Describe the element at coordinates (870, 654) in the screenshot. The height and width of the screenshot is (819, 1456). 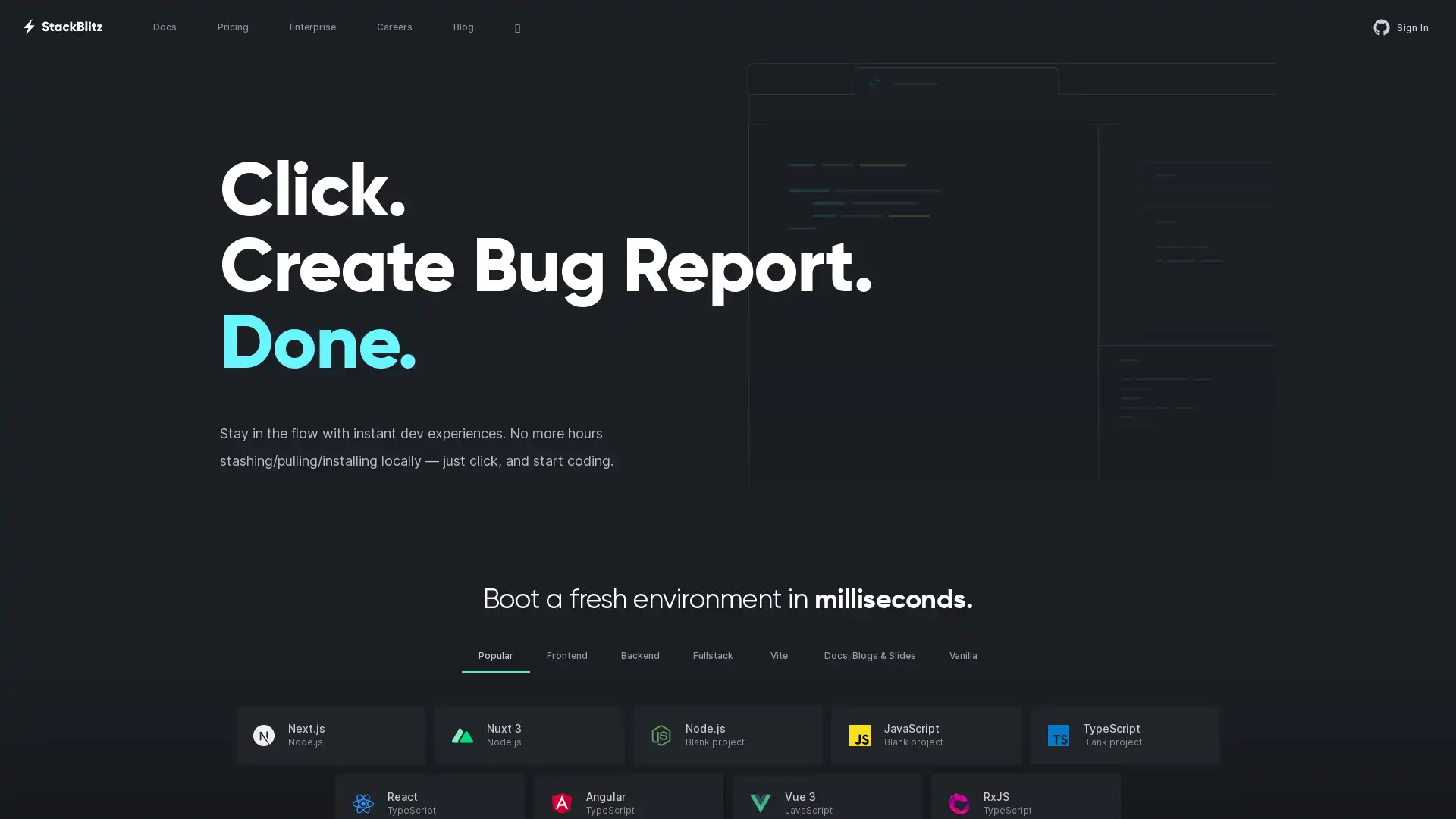
I see `Docs, Blogs & Slides` at that location.